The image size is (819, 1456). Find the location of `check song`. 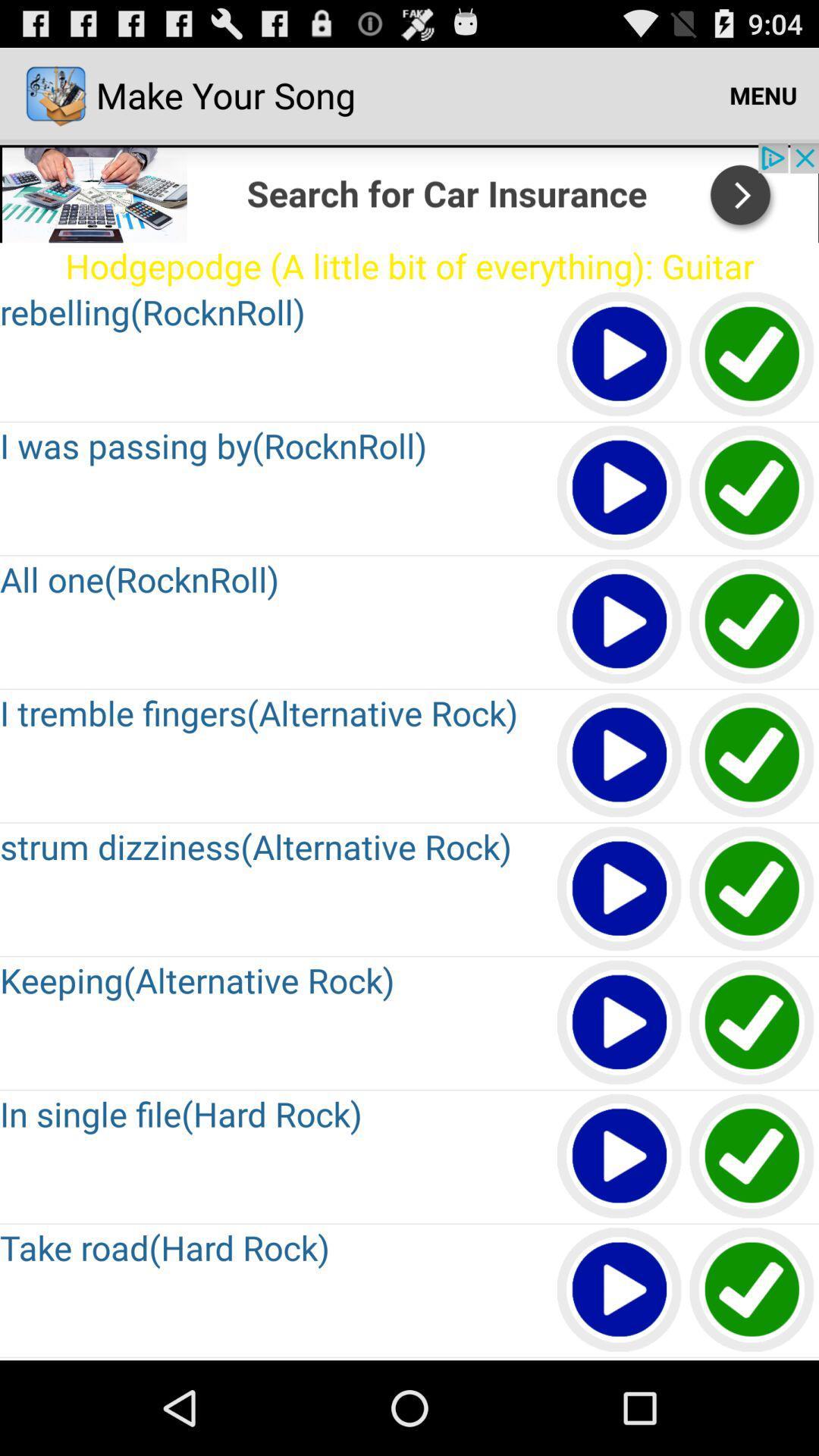

check song is located at coordinates (752, 756).